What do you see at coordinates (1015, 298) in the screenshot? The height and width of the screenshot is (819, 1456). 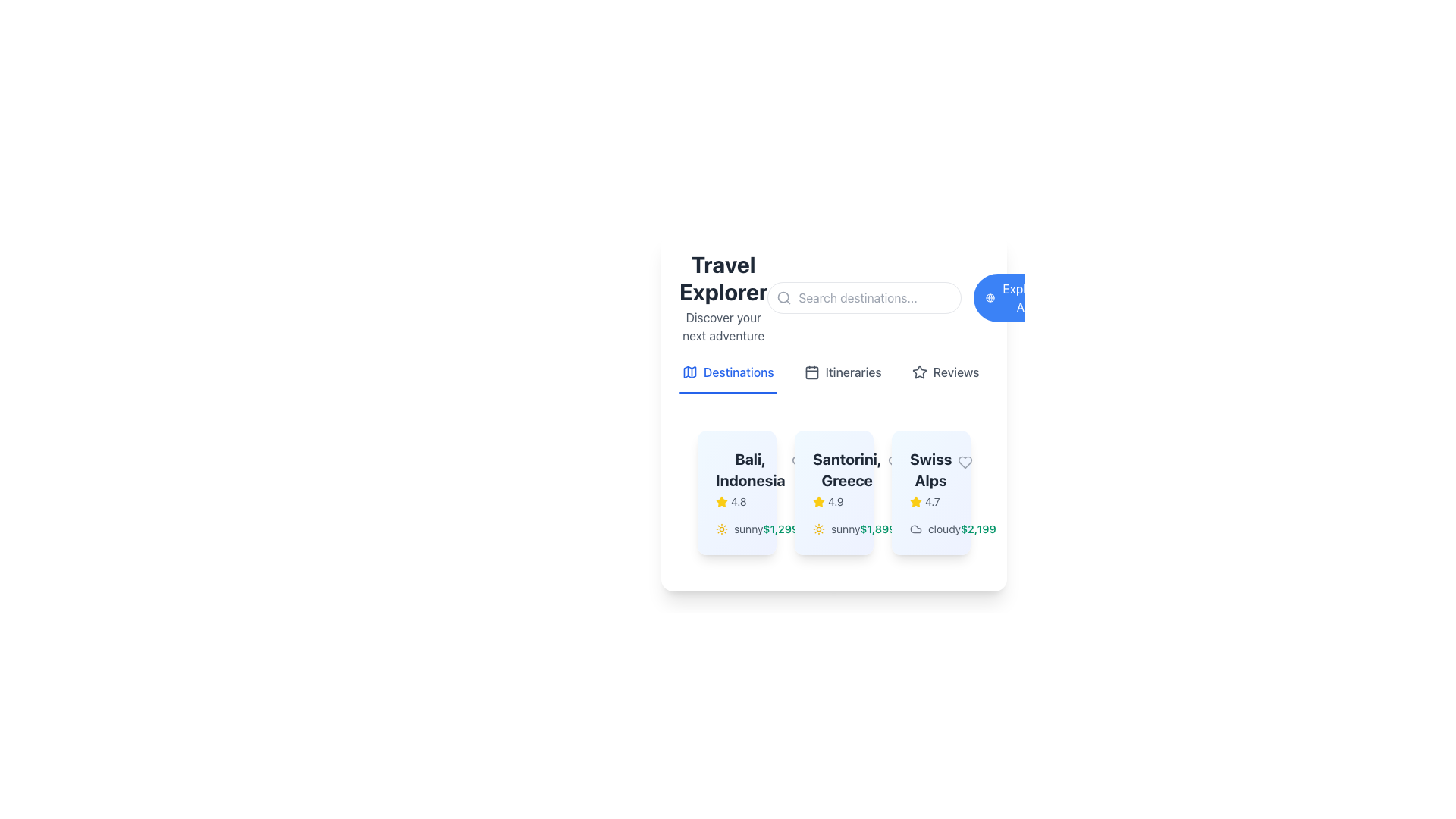 I see `the blue 'Explore All' button with rounded corners, featuring a globe icon` at bounding box center [1015, 298].